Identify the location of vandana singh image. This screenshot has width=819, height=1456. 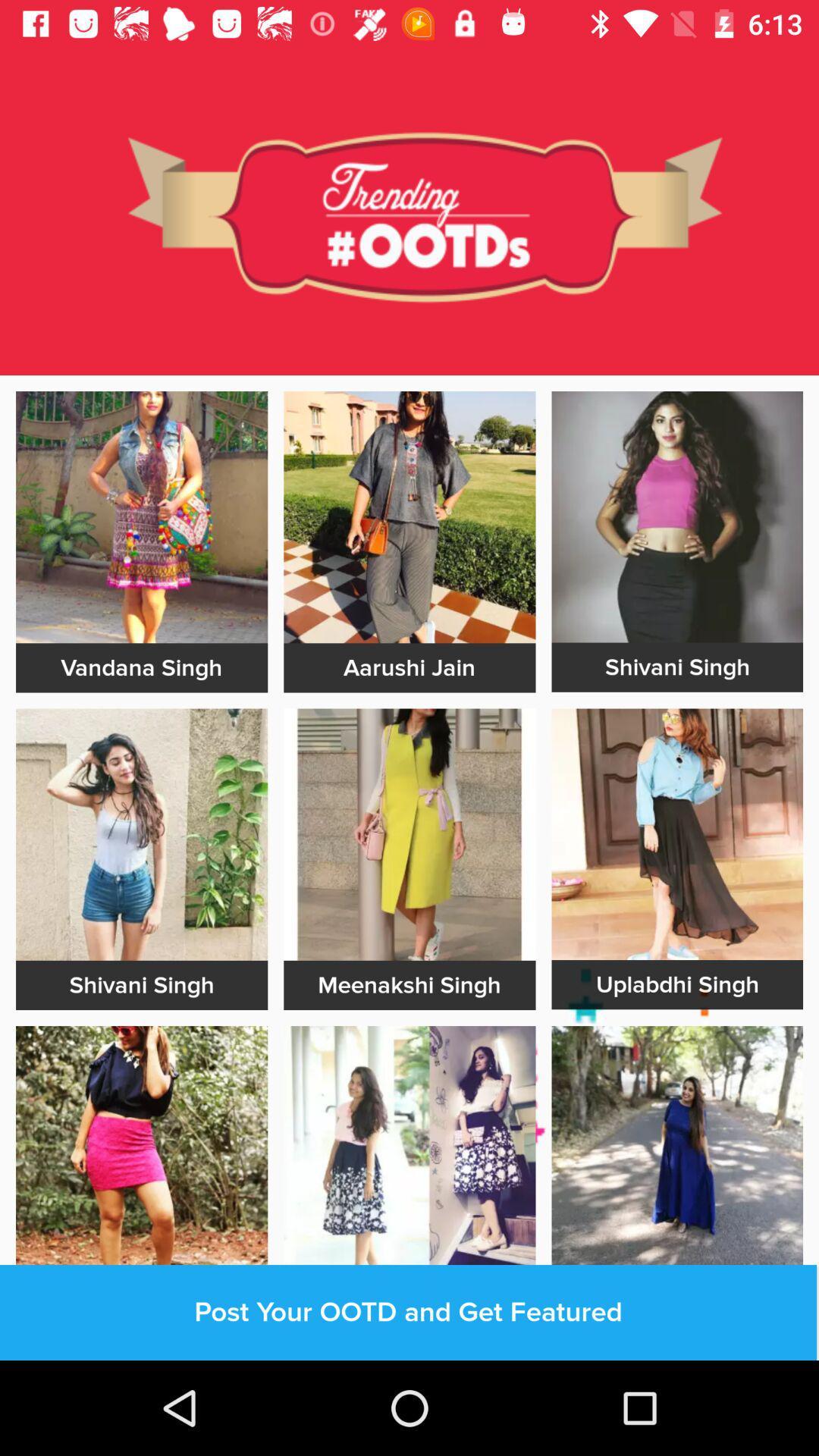
(142, 517).